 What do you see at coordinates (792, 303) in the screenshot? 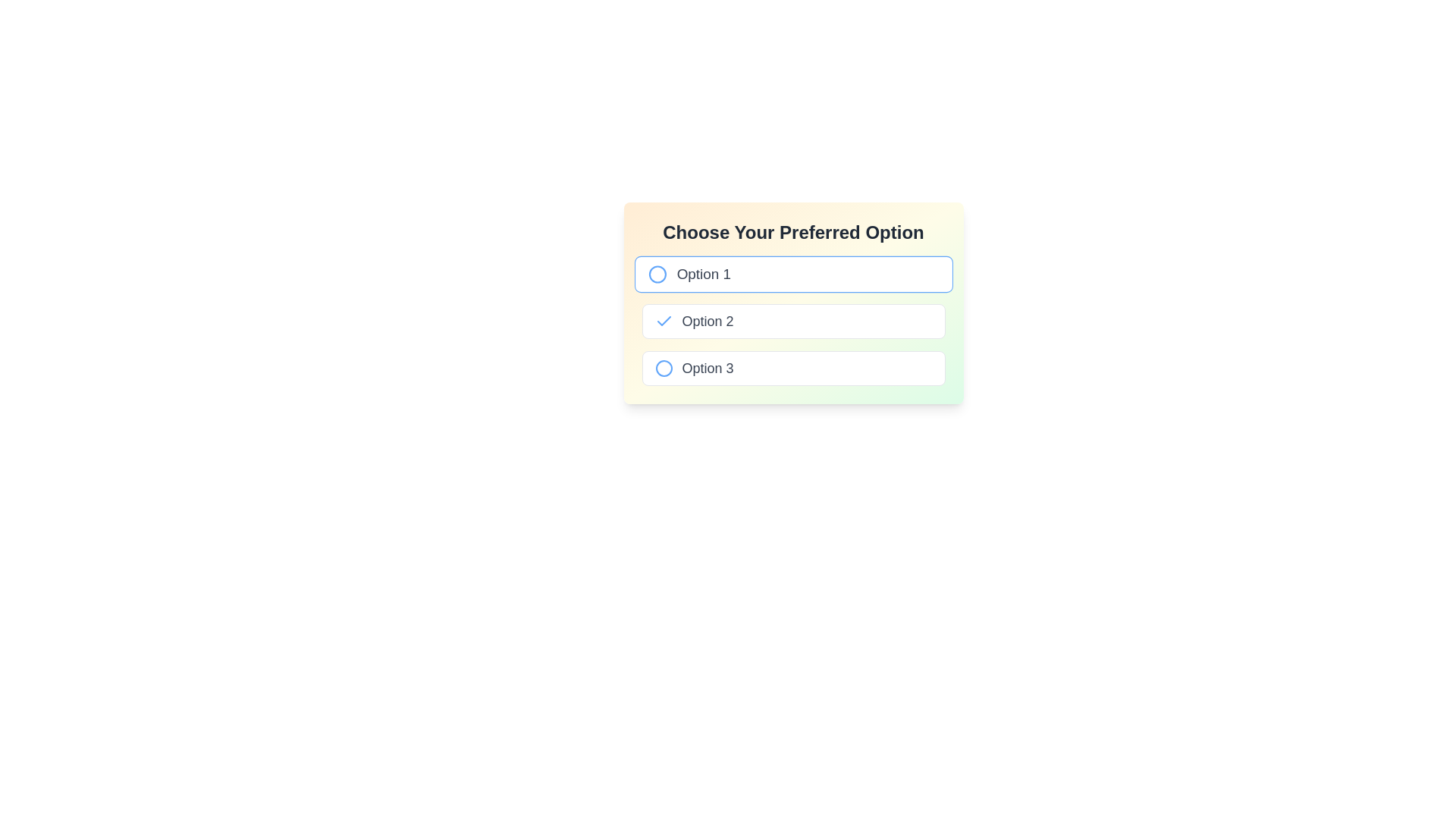
I see `to select the second option labeled 'Option 2' in the radio group titled 'Choose Your Preferred Option', which is visually represented by a bordered box and an associated radio button` at bounding box center [792, 303].